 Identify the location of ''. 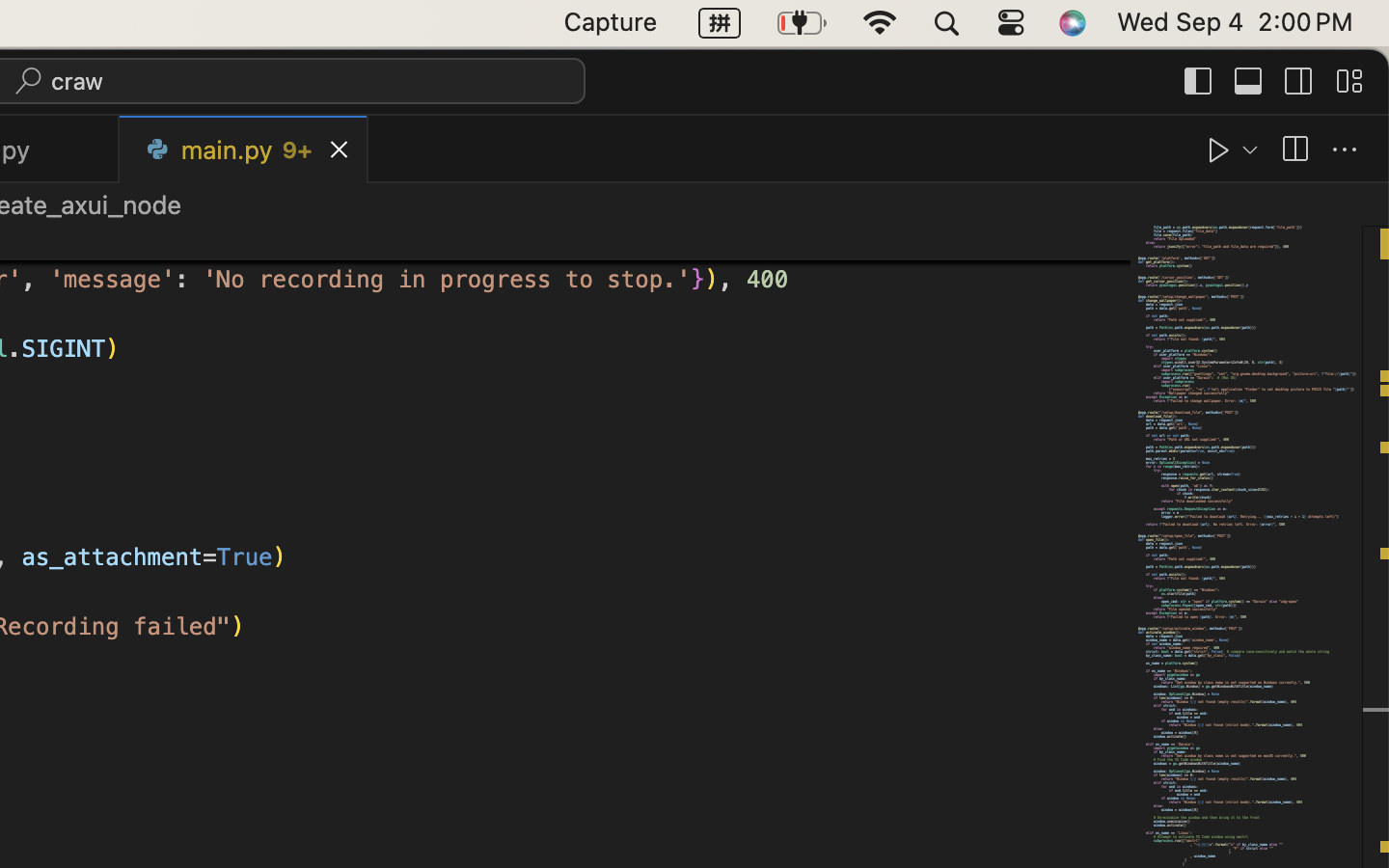
(1345, 149).